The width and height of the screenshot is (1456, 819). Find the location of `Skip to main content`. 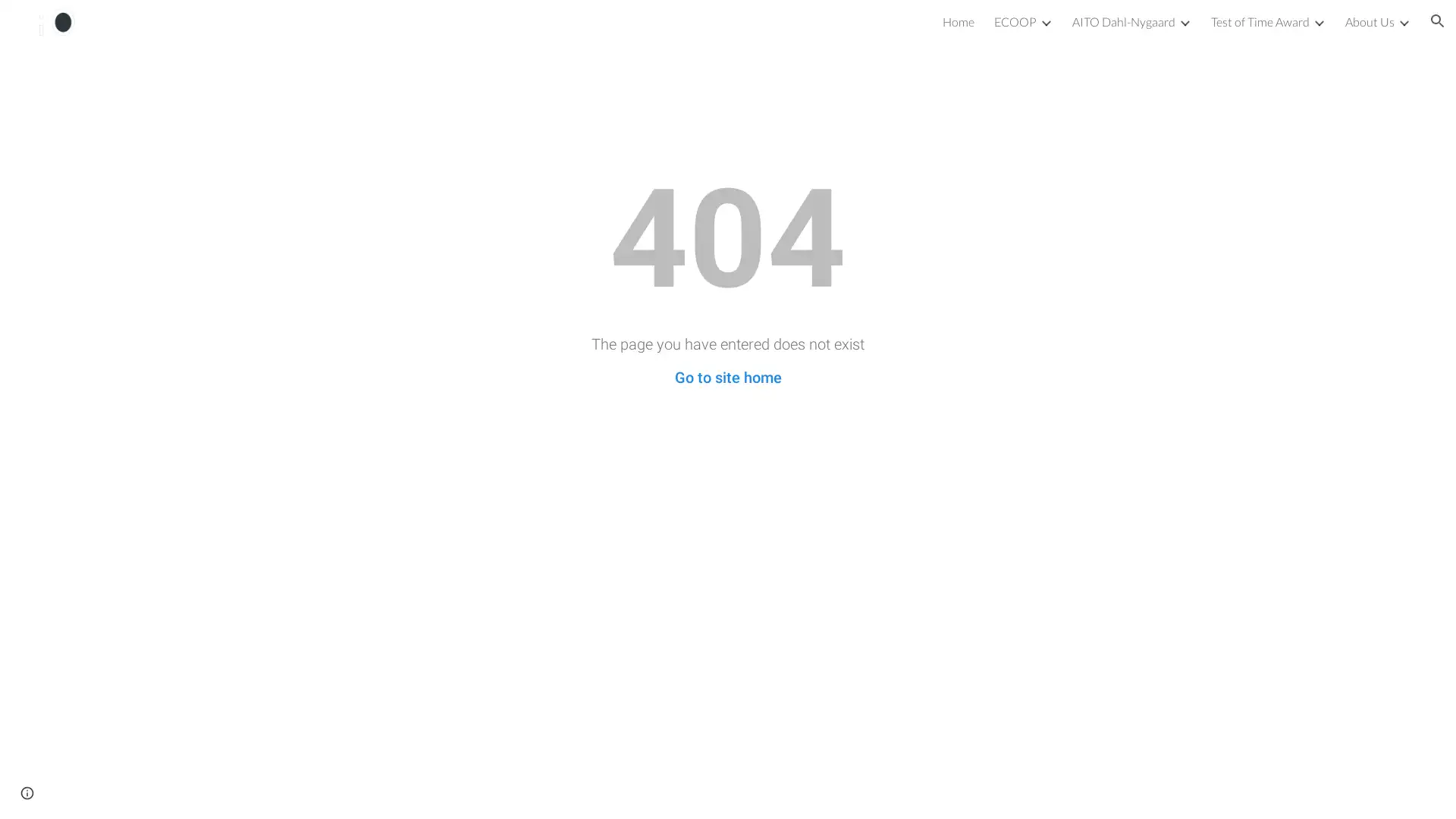

Skip to main content is located at coordinates (597, 28).